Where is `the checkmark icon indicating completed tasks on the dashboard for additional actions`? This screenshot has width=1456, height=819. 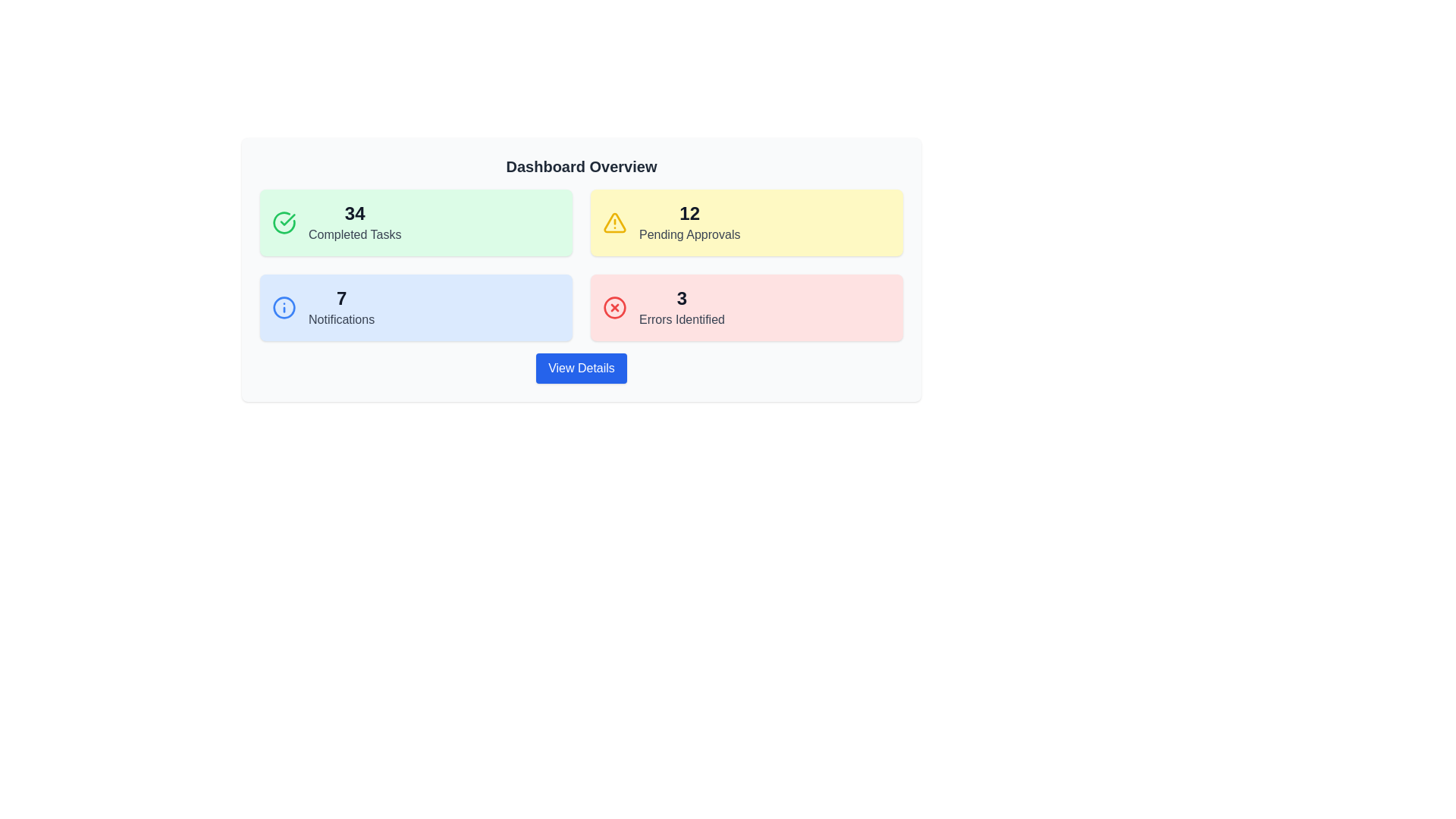 the checkmark icon indicating completed tasks on the dashboard for additional actions is located at coordinates (287, 219).